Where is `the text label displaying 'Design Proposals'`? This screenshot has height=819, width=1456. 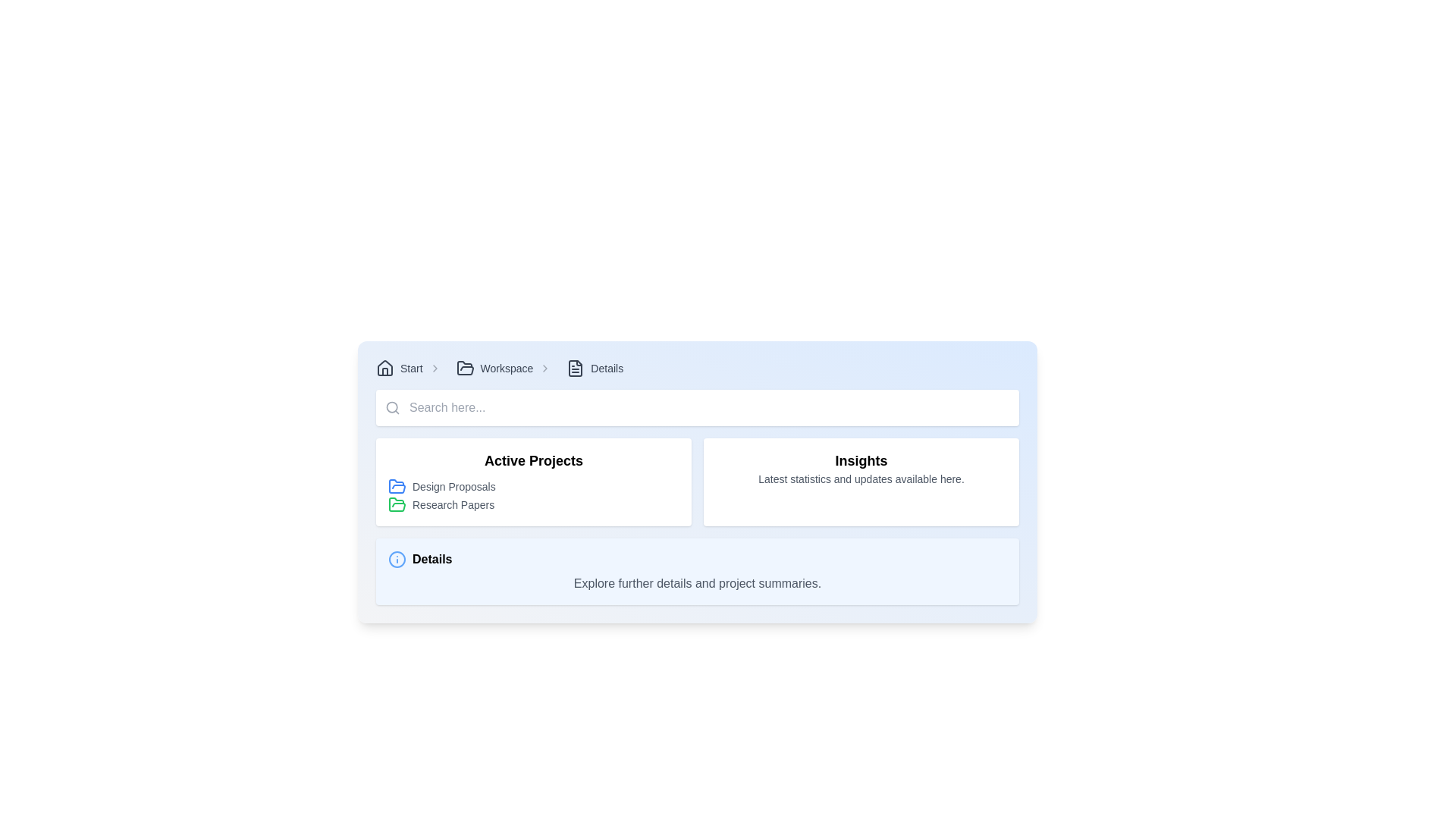
the text label displaying 'Design Proposals' is located at coordinates (453, 486).